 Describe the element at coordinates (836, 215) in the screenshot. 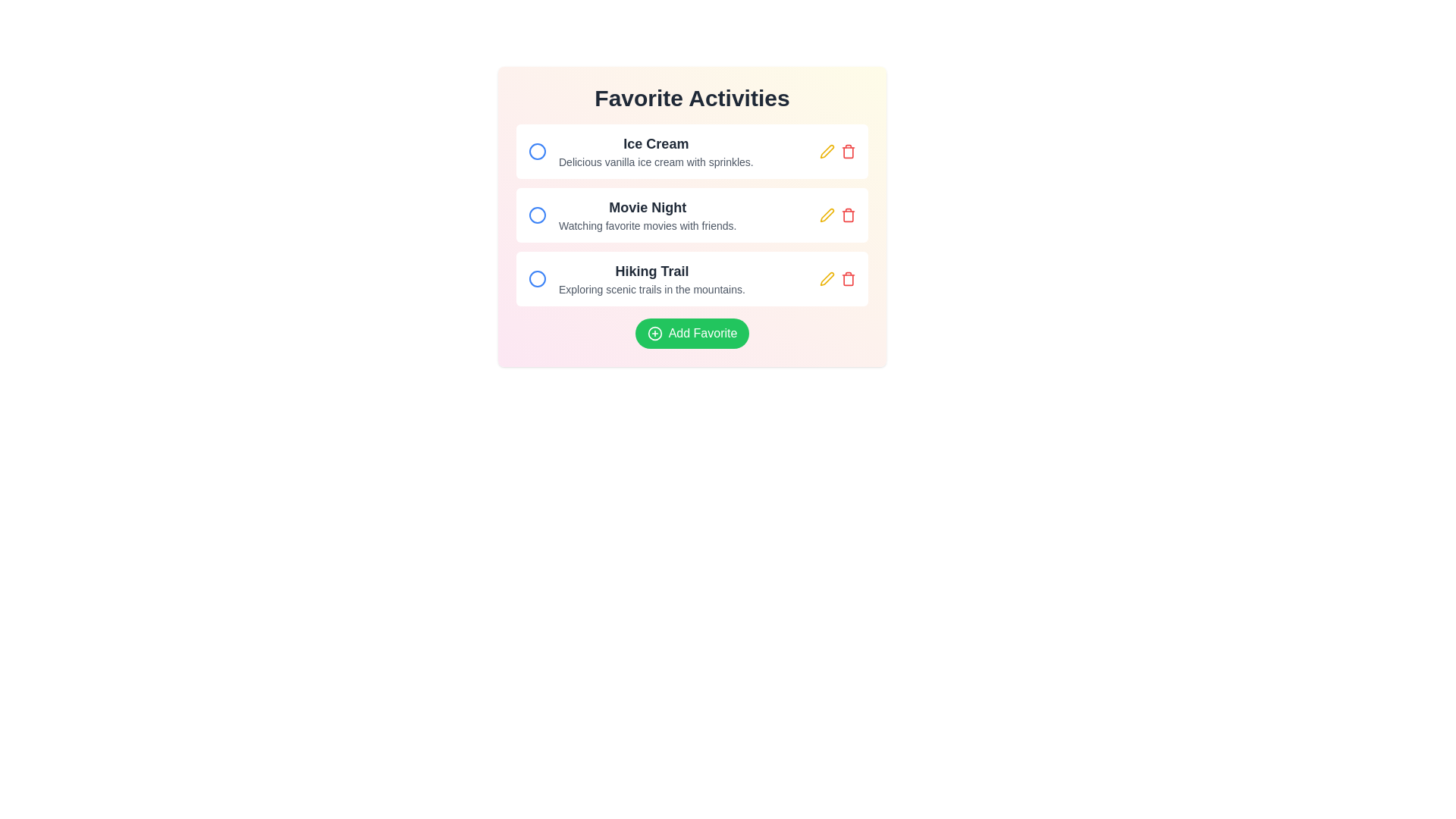

I see `the yellow pencil icon in the group of interactive icons to modify the activity associated with the 'Movie Night' activity card` at that location.